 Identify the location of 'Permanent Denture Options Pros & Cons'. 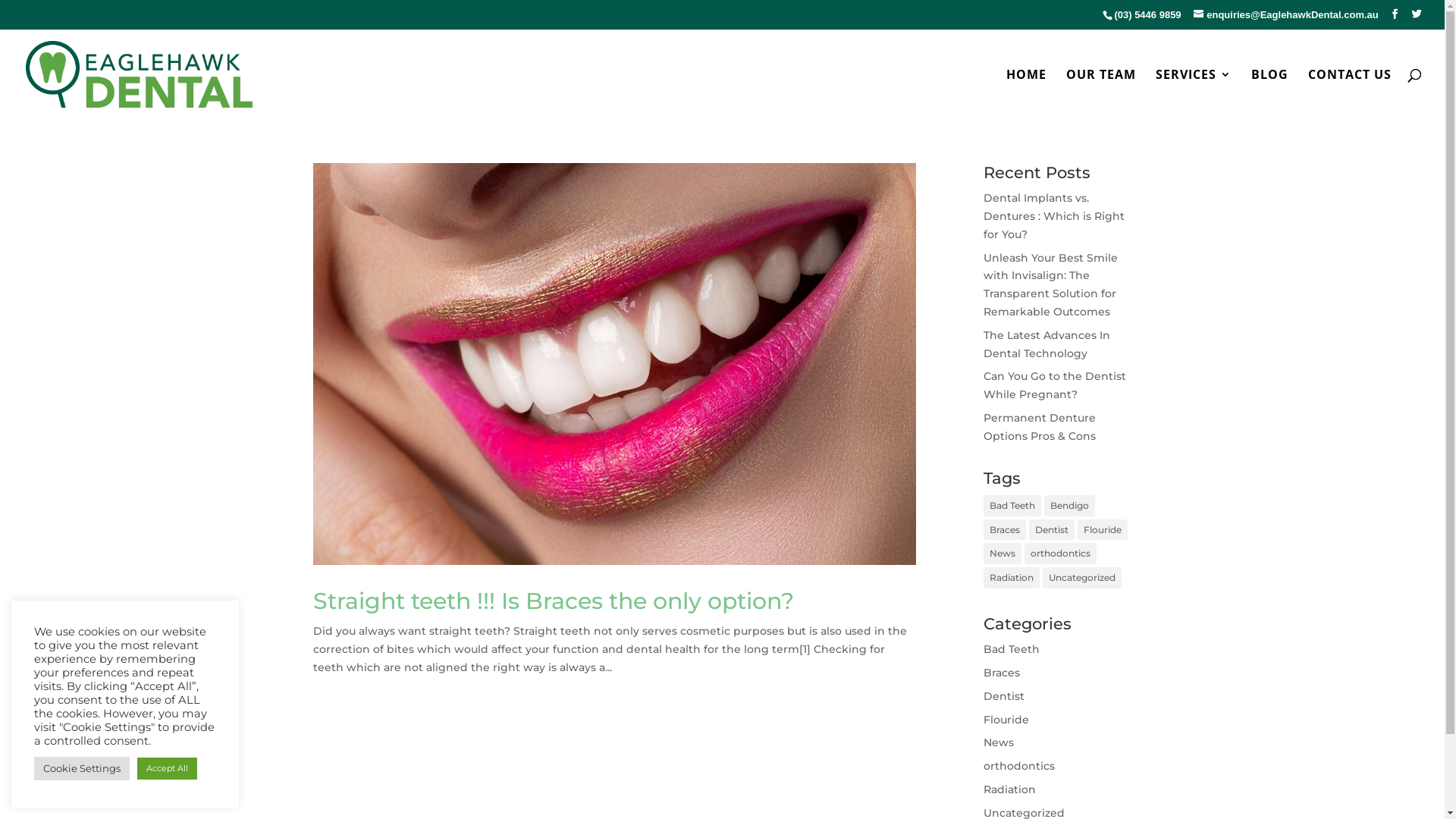
(1039, 427).